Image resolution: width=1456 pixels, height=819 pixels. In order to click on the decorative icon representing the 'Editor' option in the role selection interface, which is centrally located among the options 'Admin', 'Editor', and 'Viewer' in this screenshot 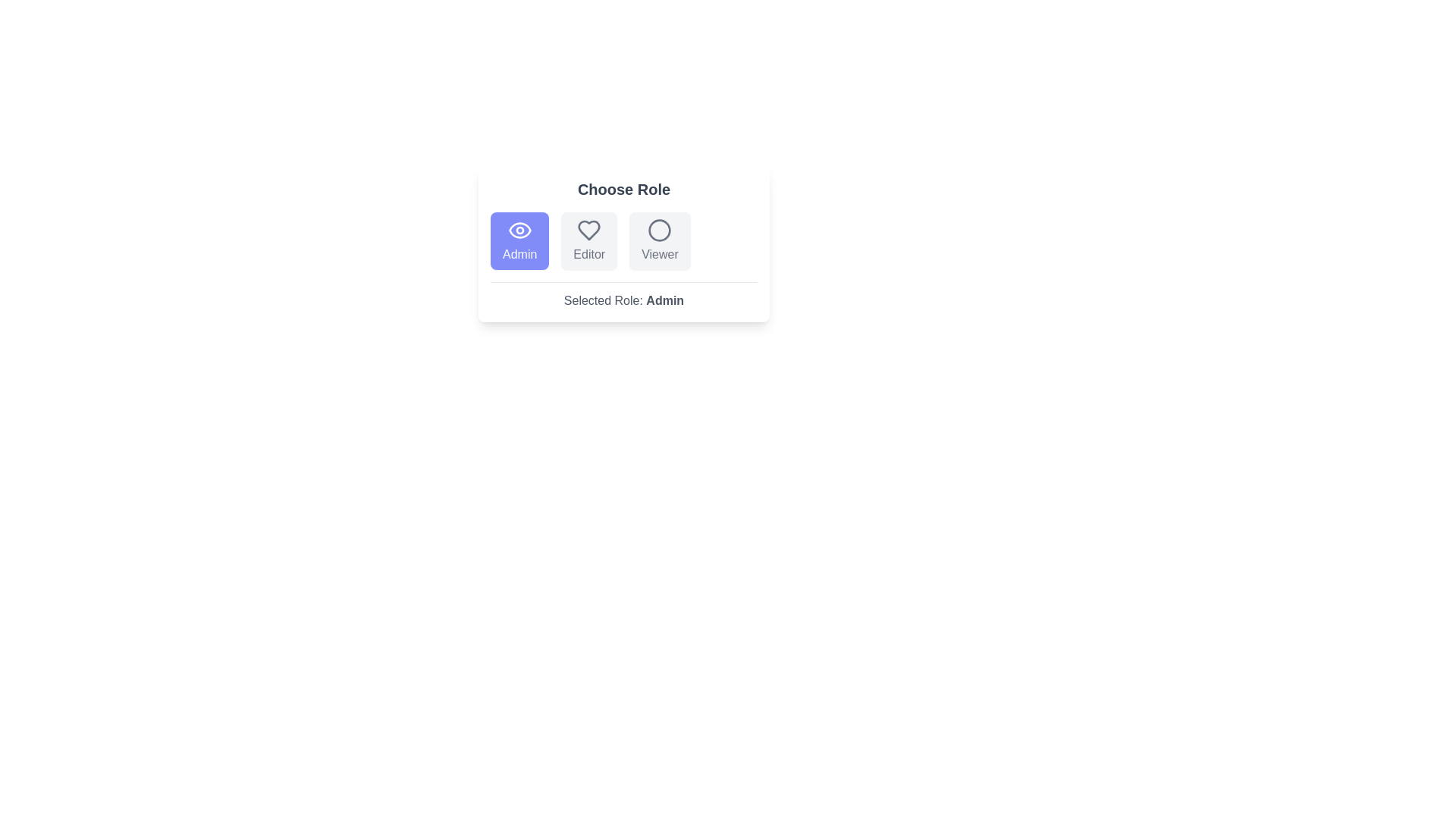, I will do `click(588, 231)`.